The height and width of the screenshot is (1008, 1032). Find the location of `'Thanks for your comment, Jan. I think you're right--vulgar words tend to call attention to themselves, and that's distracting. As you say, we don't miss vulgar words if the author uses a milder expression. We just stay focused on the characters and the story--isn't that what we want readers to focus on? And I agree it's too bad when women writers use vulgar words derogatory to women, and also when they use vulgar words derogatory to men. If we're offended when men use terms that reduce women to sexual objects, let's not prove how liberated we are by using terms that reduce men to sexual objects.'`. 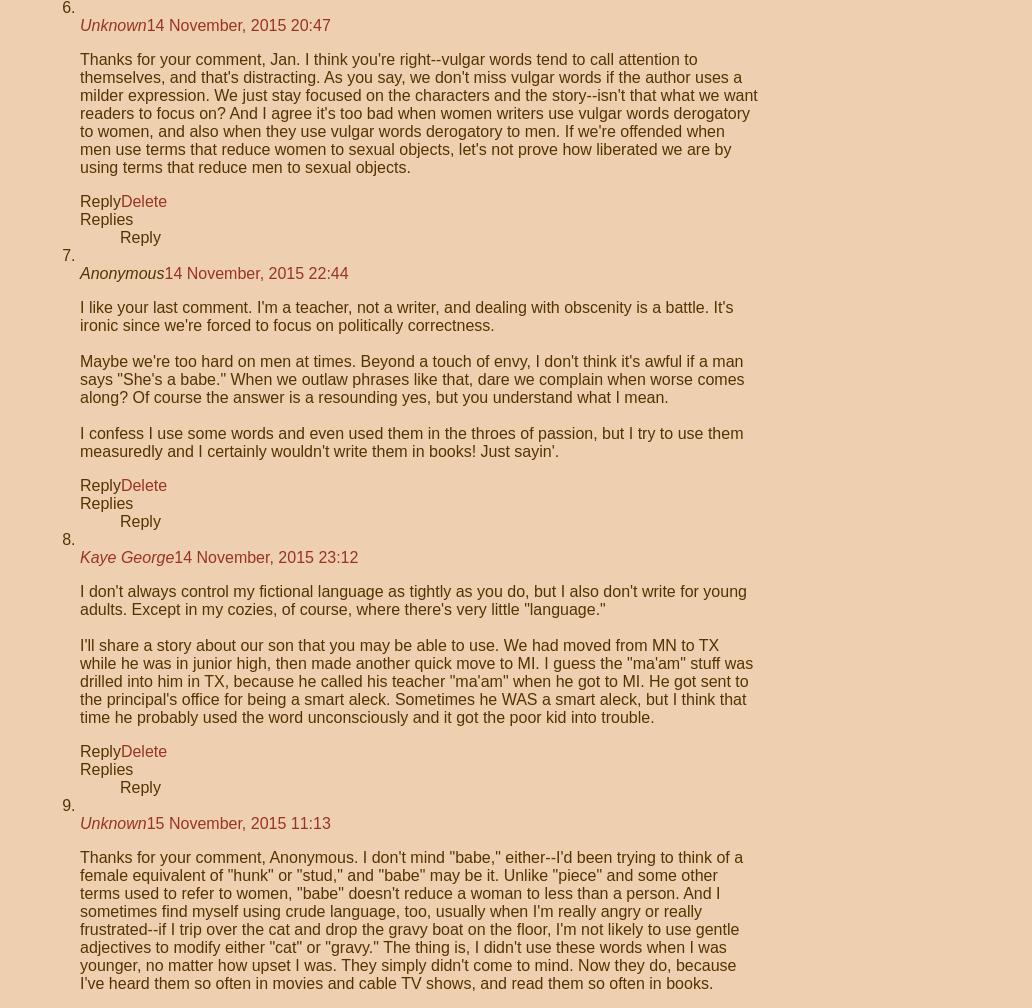

'Thanks for your comment, Jan. I think you're right--vulgar words tend to call attention to themselves, and that's distracting. As you say, we don't miss vulgar words if the author uses a milder expression. We just stay focused on the characters and the story--isn't that what we want readers to focus on? And I agree it's too bad when women writers use vulgar words derogatory to women, and also when they use vulgar words derogatory to men. If we're offended when men use terms that reduce women to sexual objects, let's not prove how liberated we are by using terms that reduce men to sexual objects.' is located at coordinates (417, 113).